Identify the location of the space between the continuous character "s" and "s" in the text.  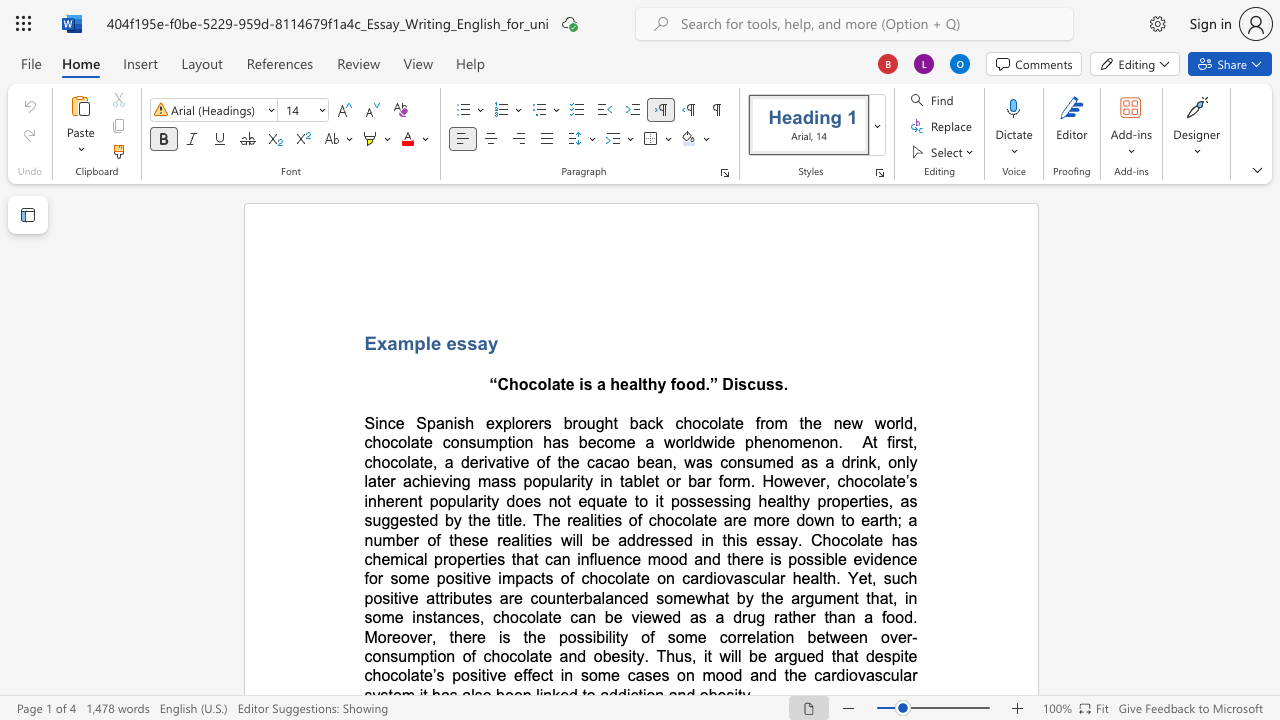
(466, 342).